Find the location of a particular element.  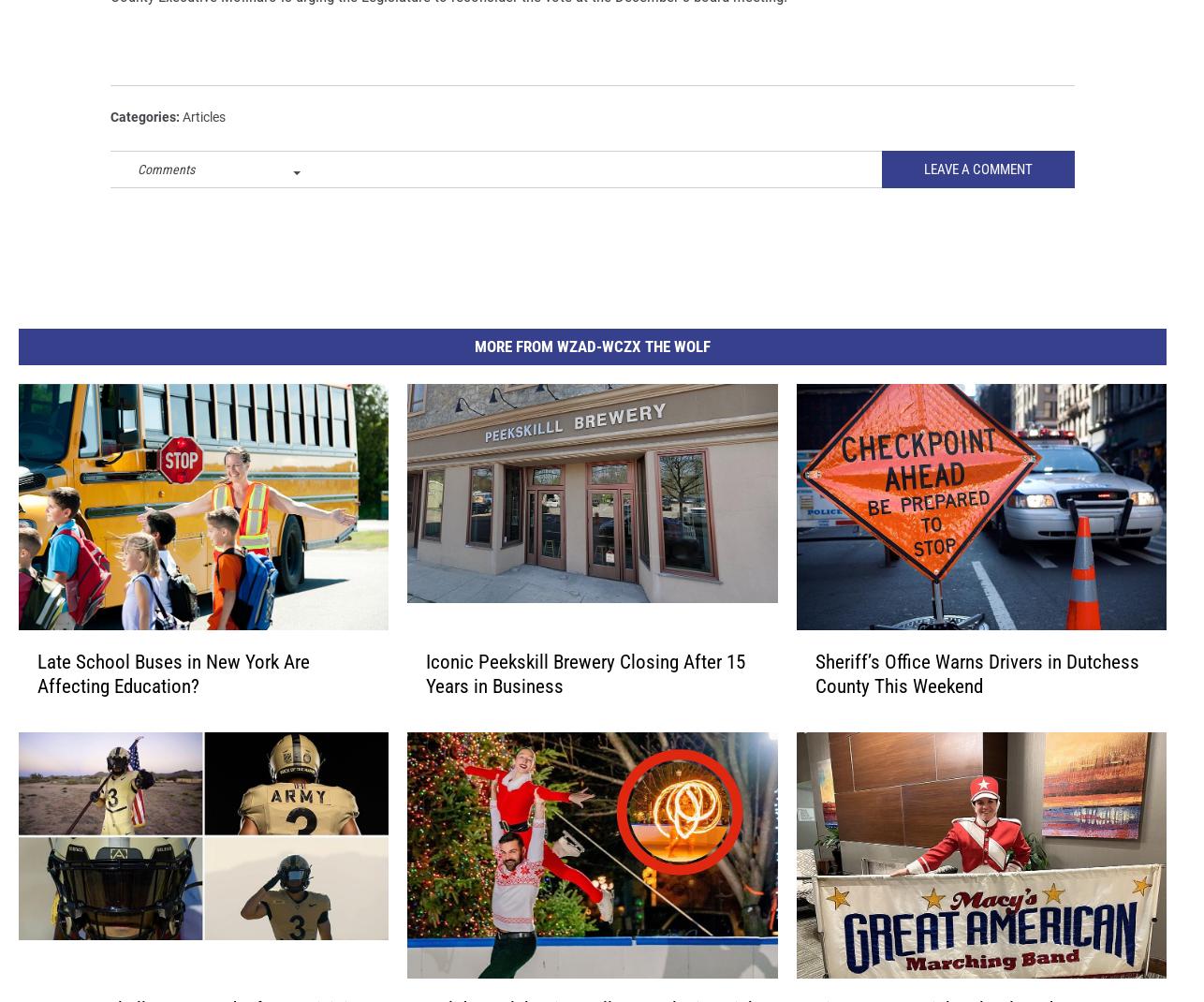

'Categories' is located at coordinates (110, 146).